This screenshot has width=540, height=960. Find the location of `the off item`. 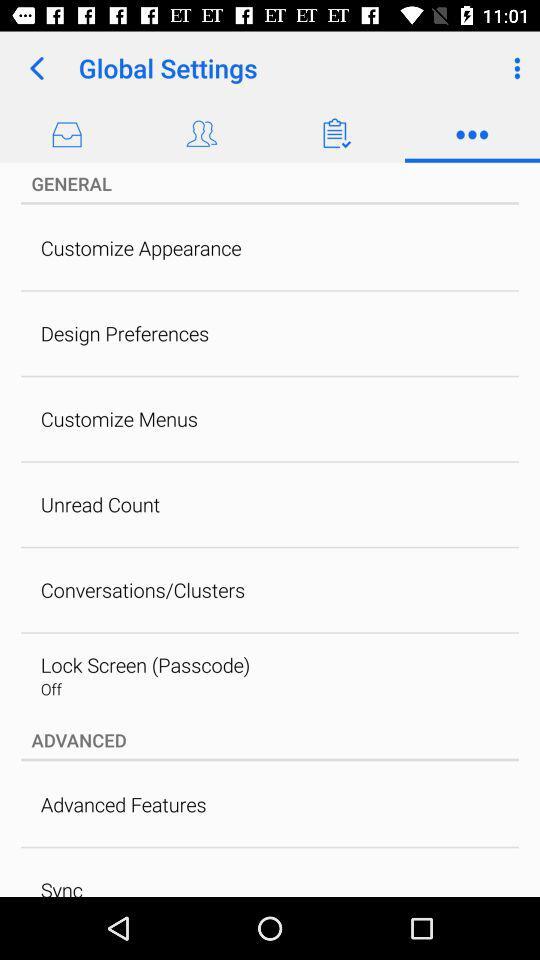

the off item is located at coordinates (51, 689).